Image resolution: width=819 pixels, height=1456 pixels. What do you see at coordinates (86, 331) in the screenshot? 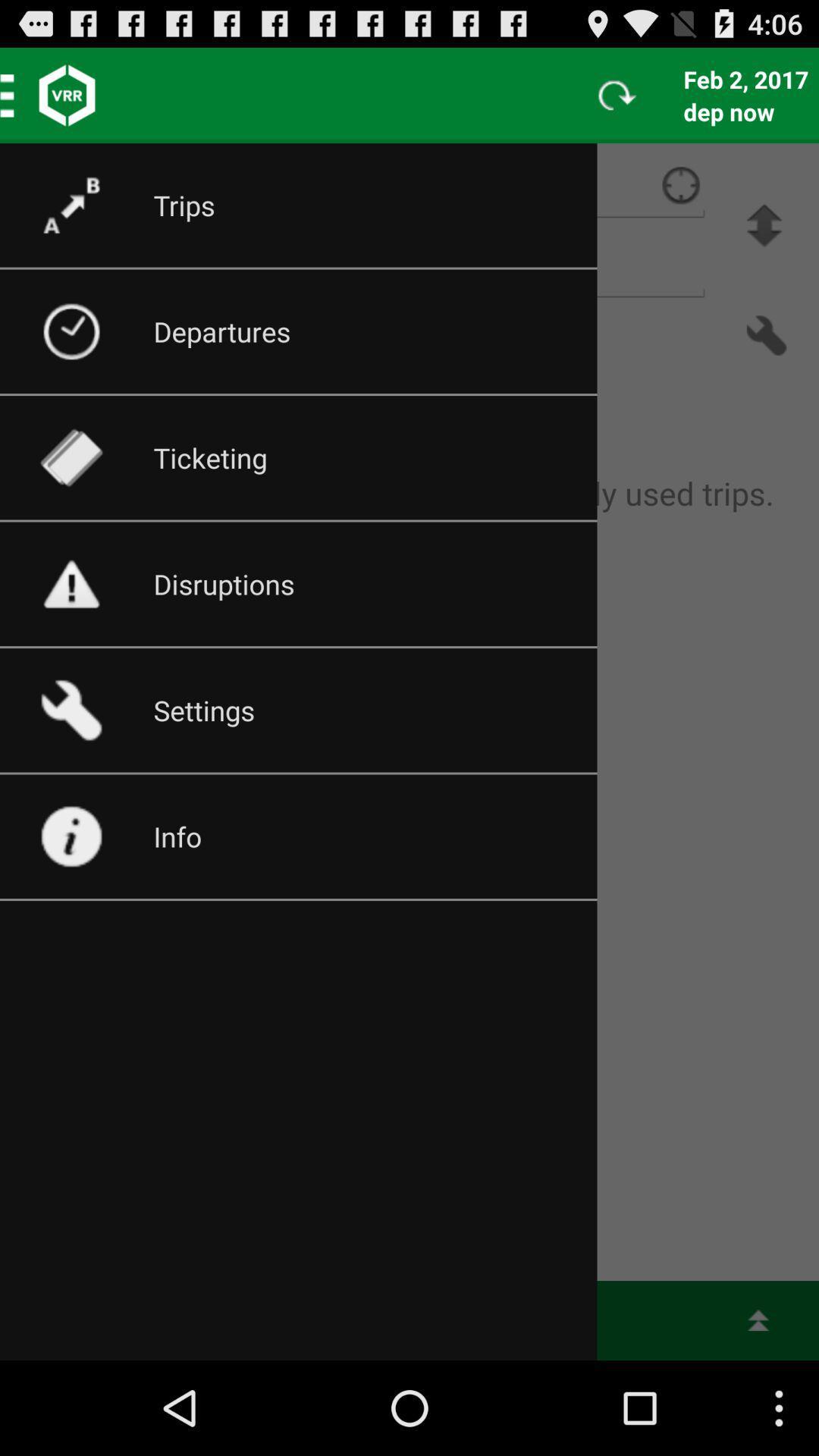
I see `the departures icon at the left side of the page` at bounding box center [86, 331].